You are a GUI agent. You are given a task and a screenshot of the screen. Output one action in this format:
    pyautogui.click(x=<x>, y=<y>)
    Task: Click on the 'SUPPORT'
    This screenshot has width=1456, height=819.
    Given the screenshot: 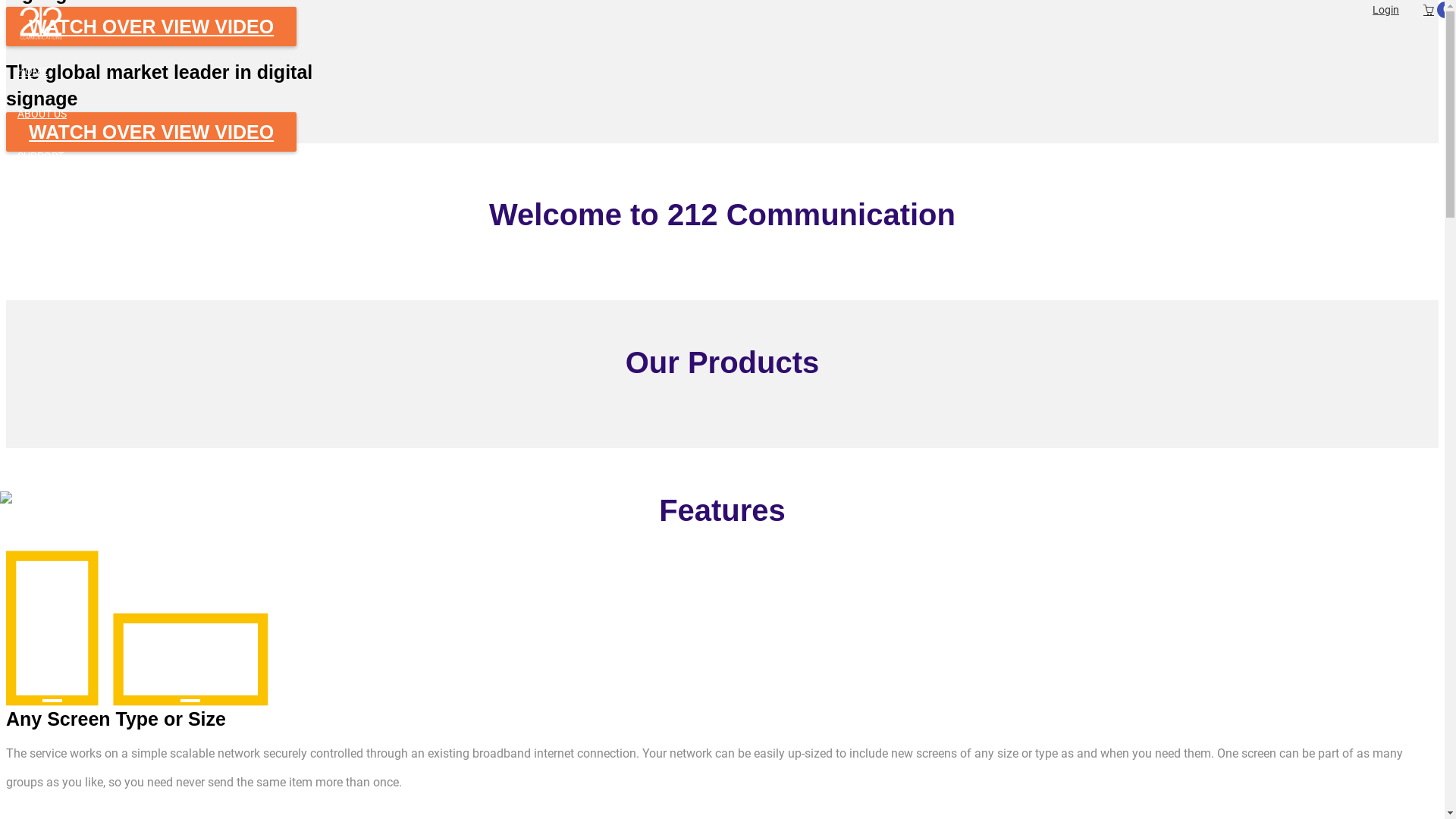 What is the action you would take?
    pyautogui.click(x=730, y=155)
    